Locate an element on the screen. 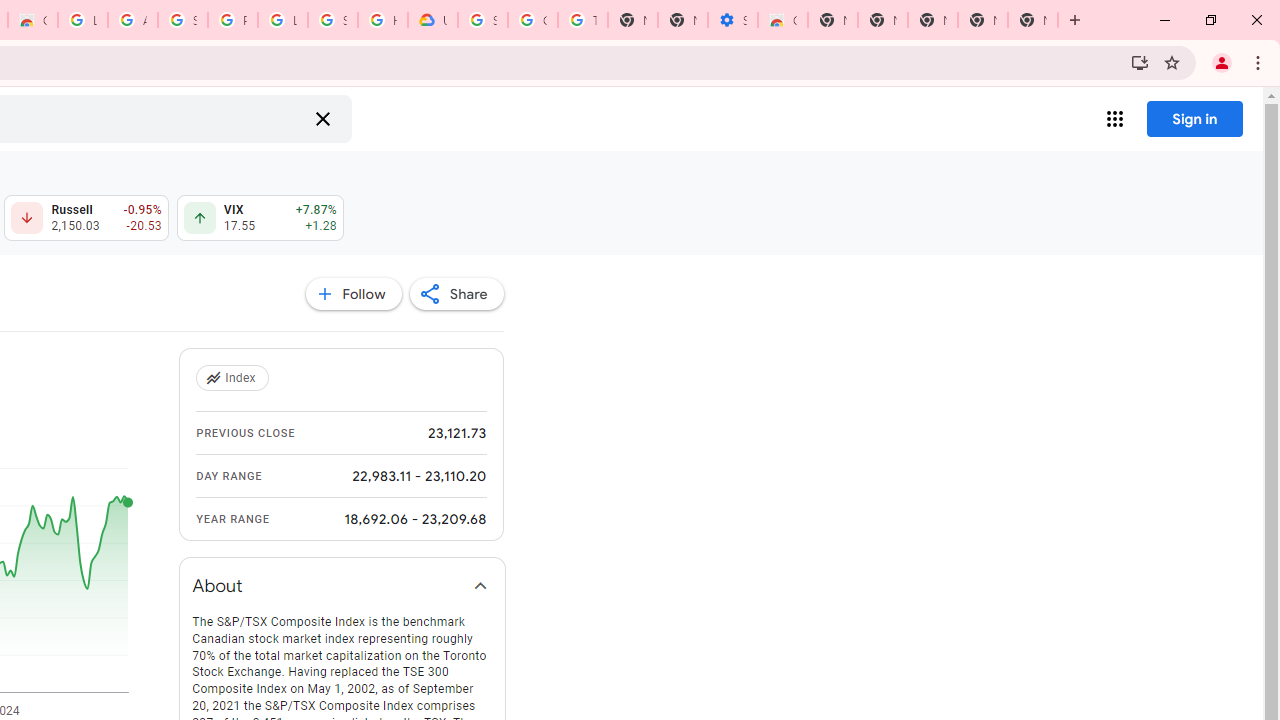 The height and width of the screenshot is (720, 1280). 'Follow' is located at coordinates (353, 294).